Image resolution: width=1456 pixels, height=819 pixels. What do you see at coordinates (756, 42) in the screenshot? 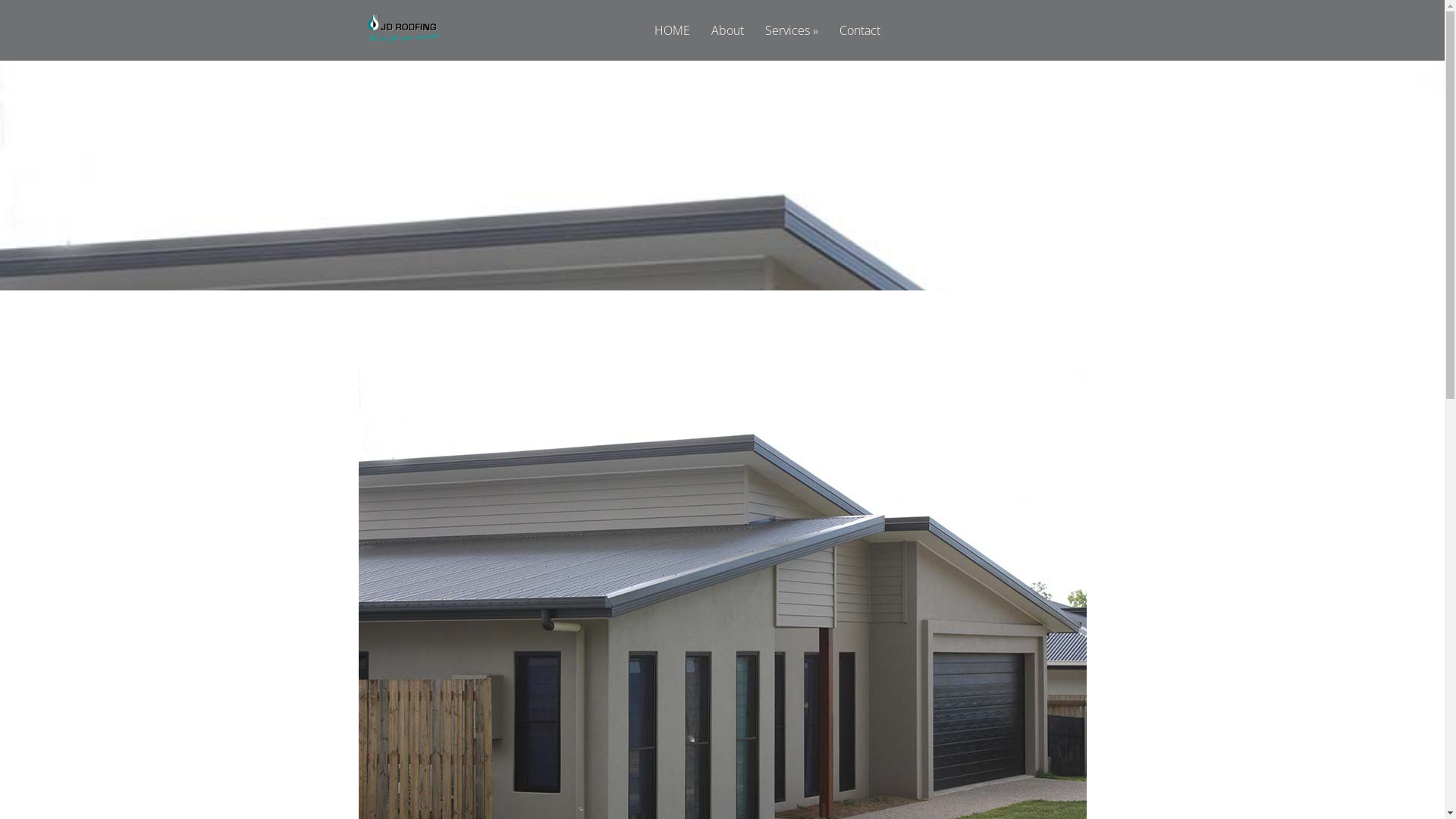
I see `'Services'` at bounding box center [756, 42].